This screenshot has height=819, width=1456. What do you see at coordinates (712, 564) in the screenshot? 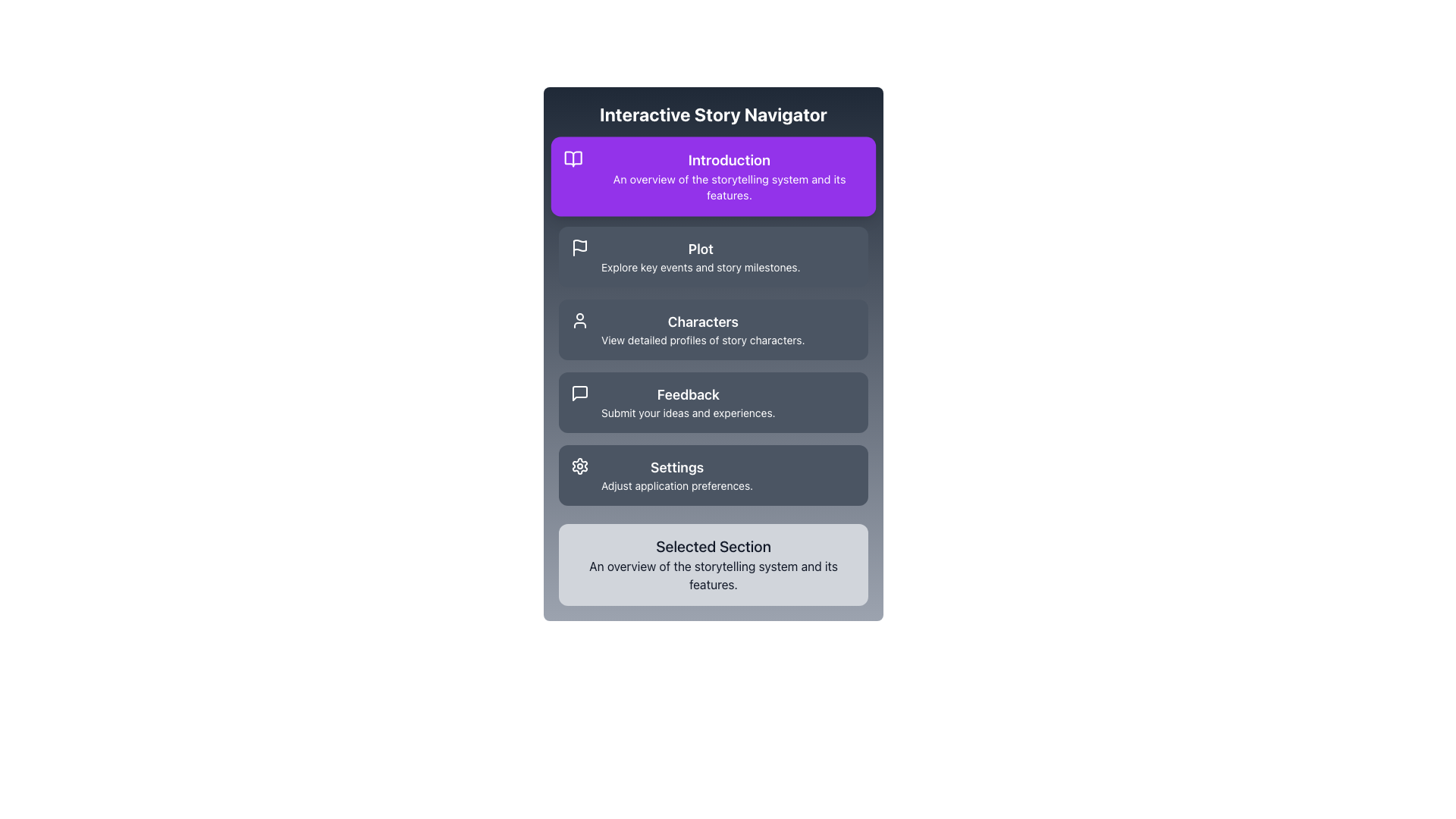
I see `text from the Descriptive Information Box located at the bottom of the interface, which outlines the currently highlighted feature in the storytelling application` at bounding box center [712, 564].